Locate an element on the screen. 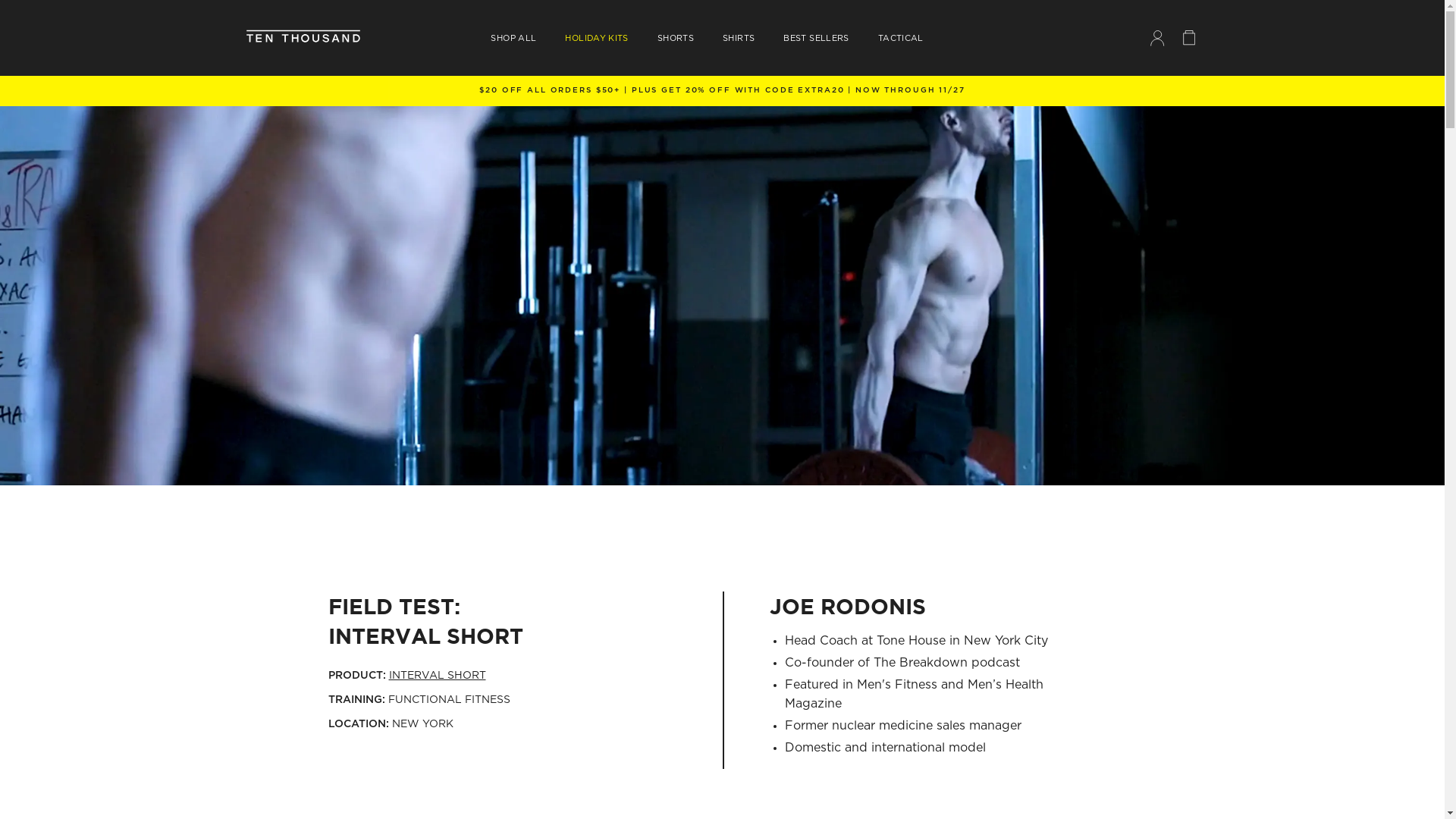 The height and width of the screenshot is (819, 1456). 'SHIRTS' is located at coordinates (739, 37).